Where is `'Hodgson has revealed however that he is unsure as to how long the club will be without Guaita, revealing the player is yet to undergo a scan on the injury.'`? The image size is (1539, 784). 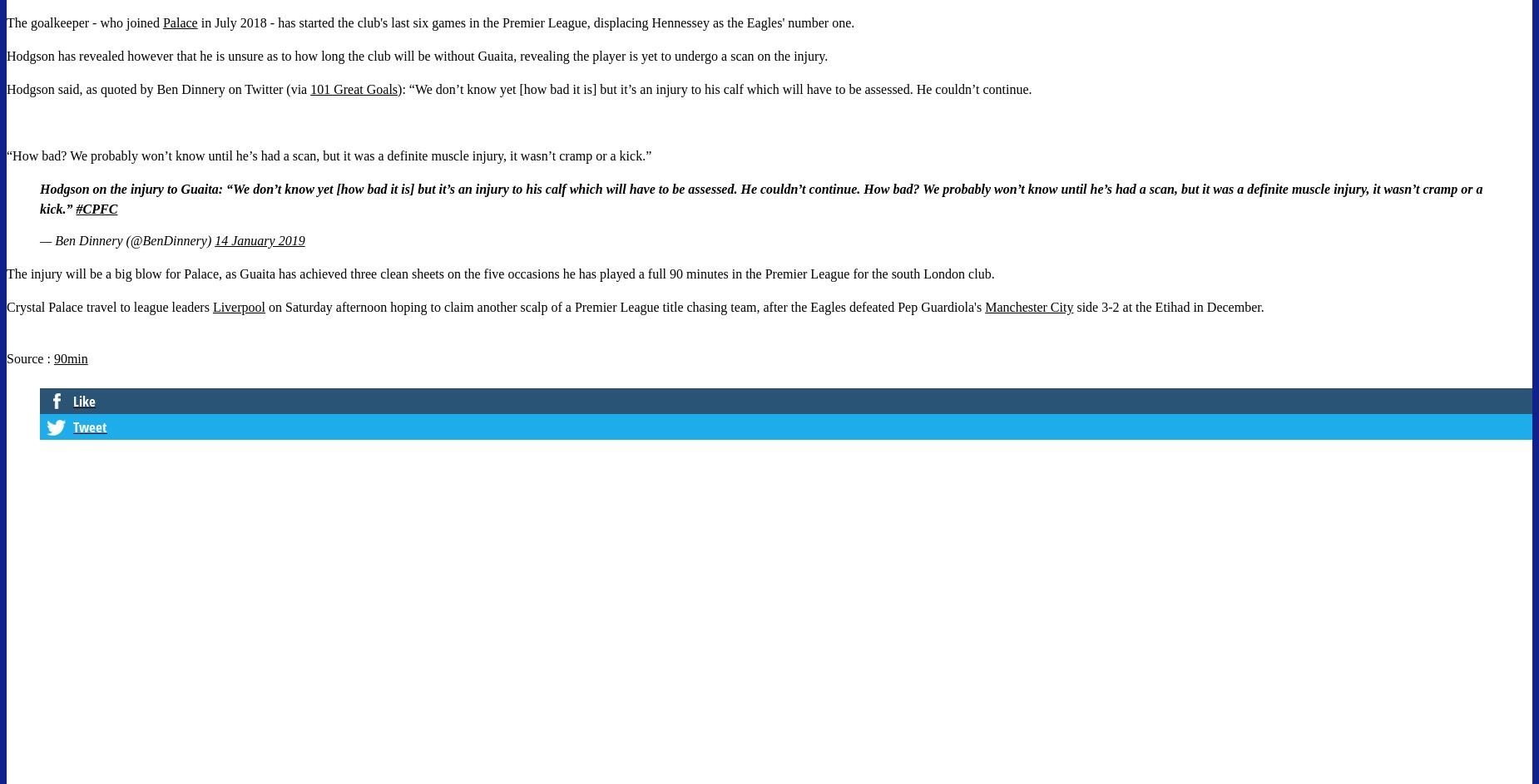 'Hodgson has revealed however that he is unsure as to how long the club will be without Guaita, revealing the player is yet to undergo a scan on the injury.' is located at coordinates (417, 55).